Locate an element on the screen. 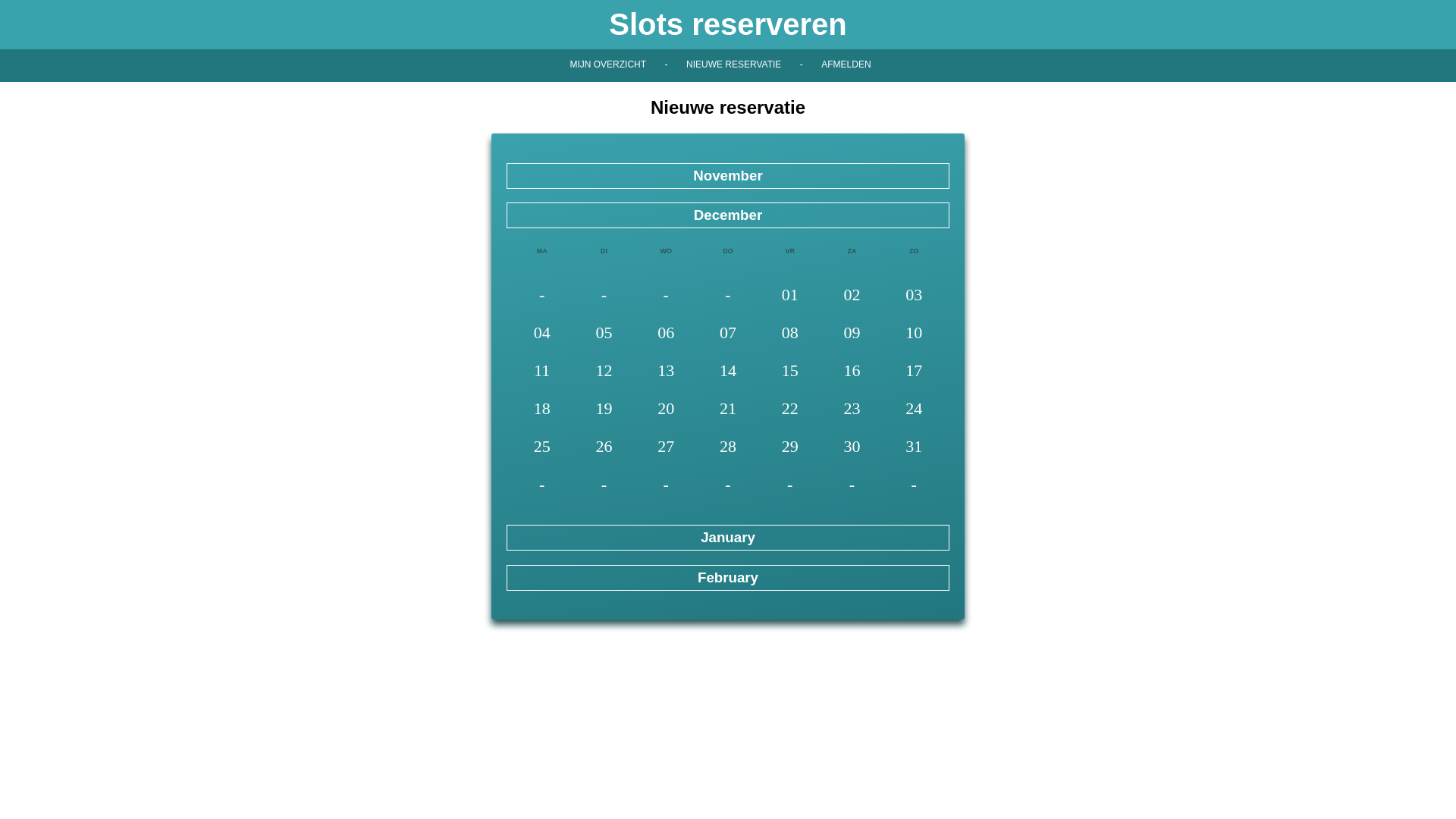 This screenshot has height=819, width=1456. '15' is located at coordinates (789, 372).